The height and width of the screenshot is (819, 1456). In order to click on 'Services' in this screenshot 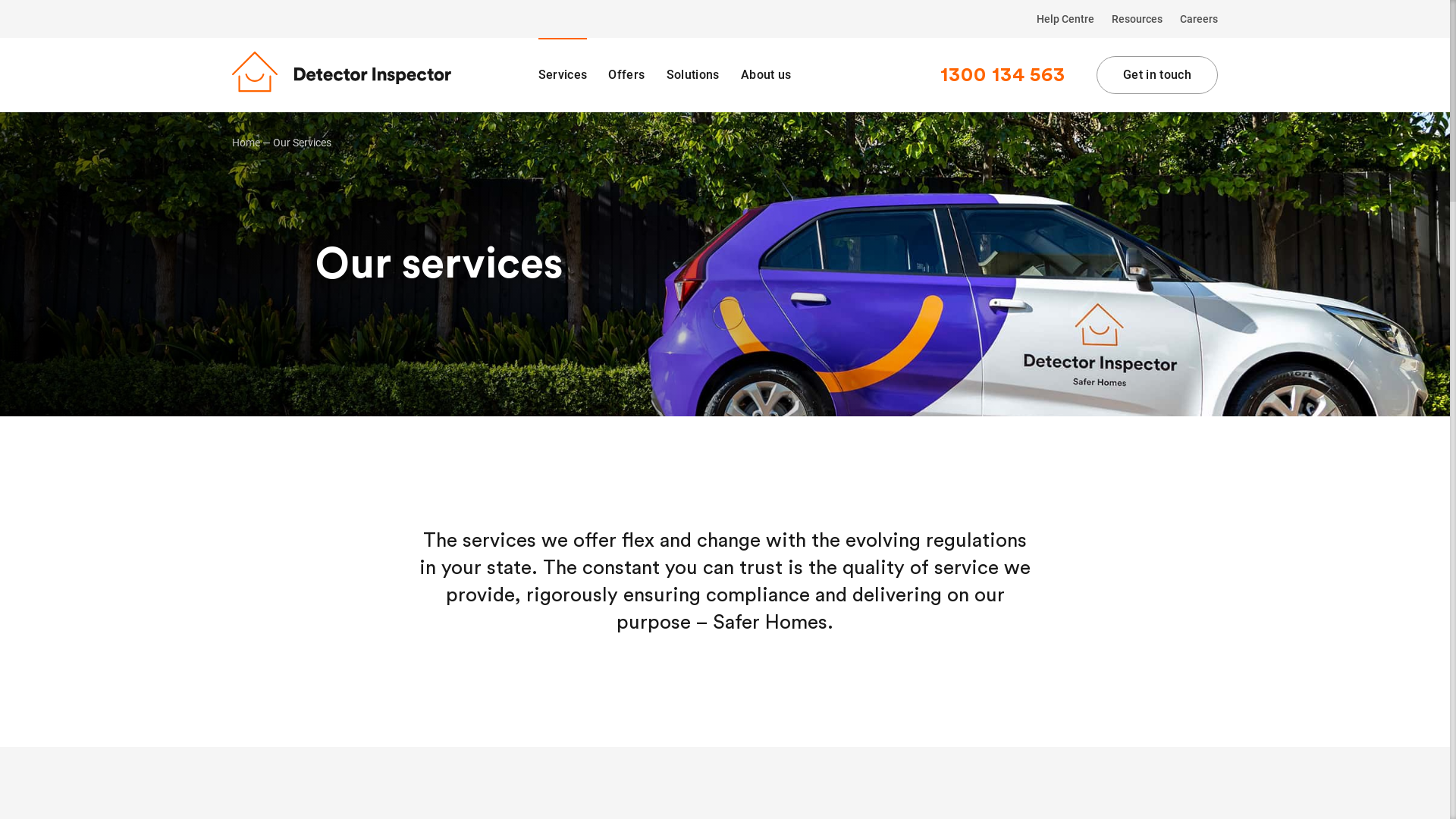, I will do `click(562, 75)`.